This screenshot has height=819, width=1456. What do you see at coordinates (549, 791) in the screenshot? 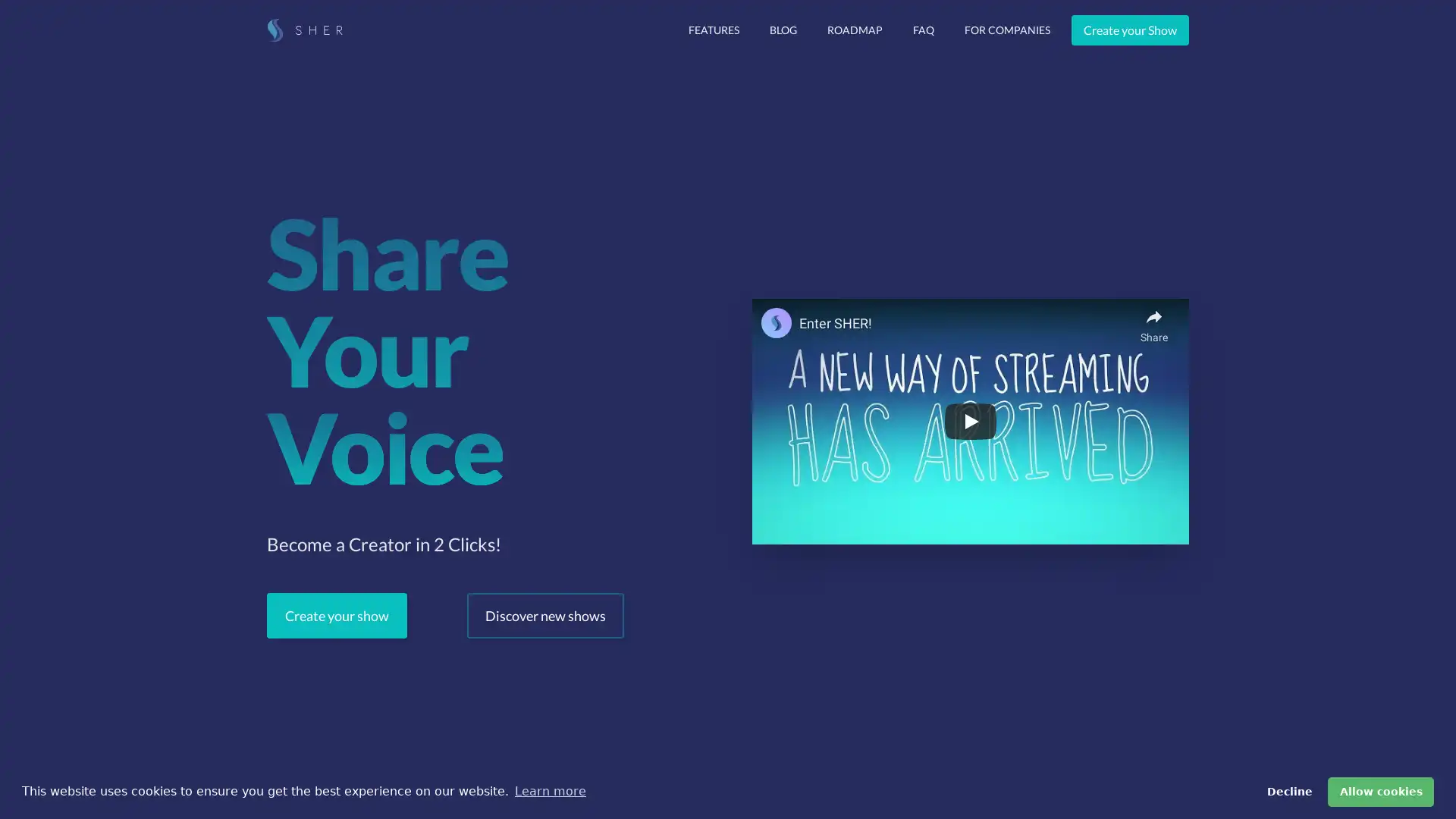
I see `learn more about cookies` at bounding box center [549, 791].